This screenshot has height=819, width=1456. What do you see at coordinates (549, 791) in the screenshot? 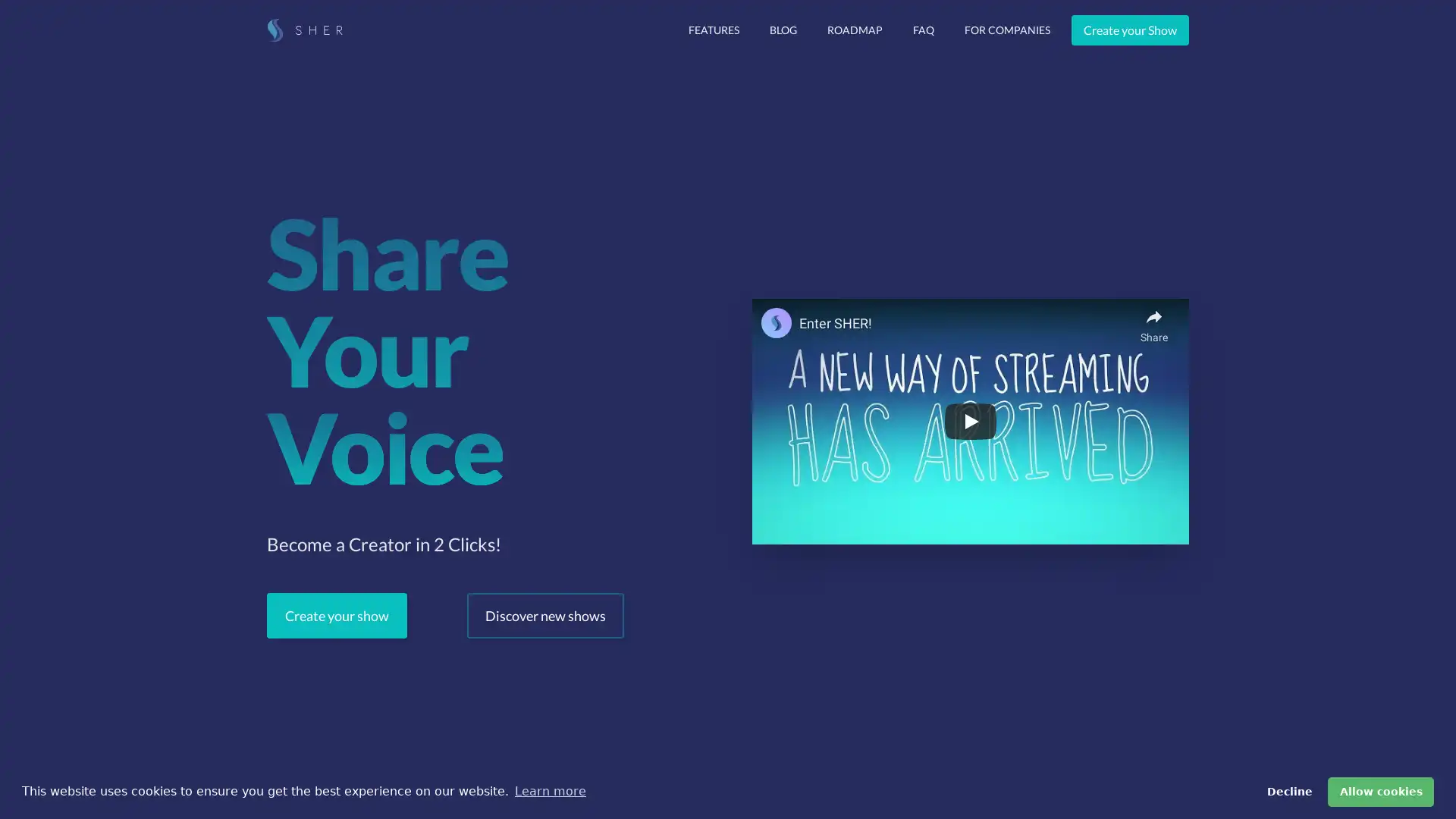
I see `learn more about cookies` at bounding box center [549, 791].